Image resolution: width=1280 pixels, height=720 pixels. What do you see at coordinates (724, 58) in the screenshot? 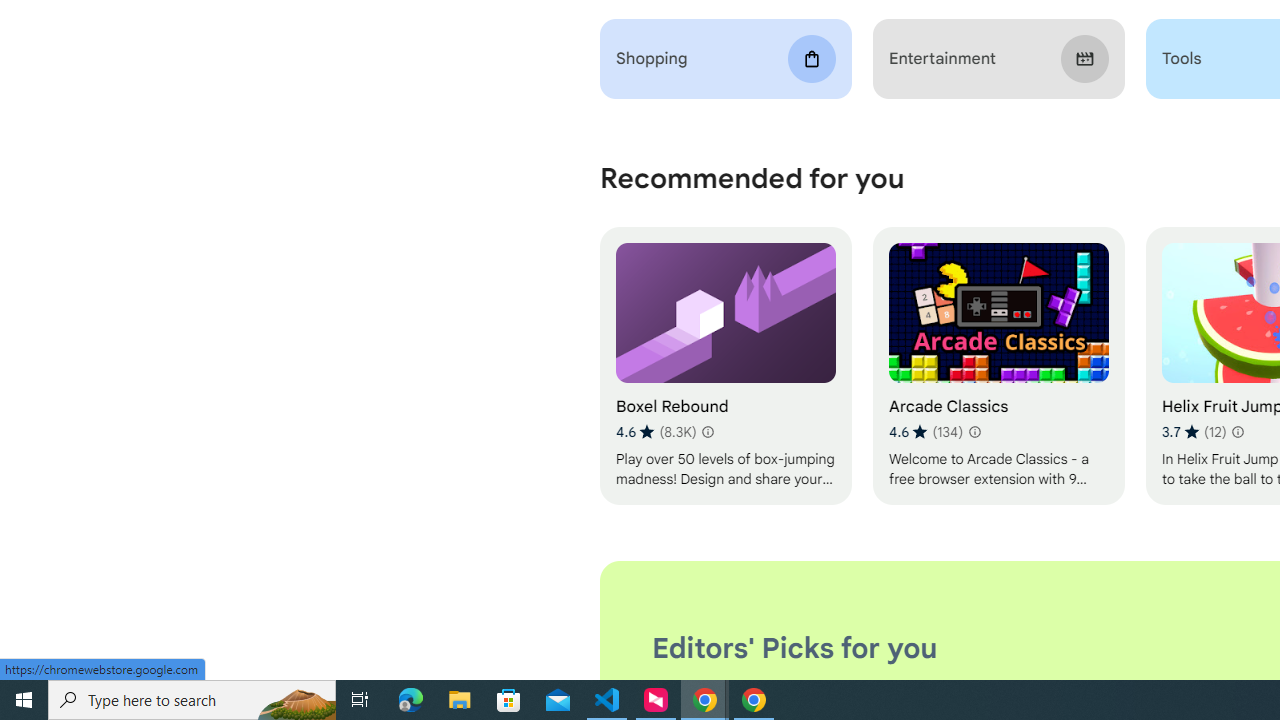
I see `'Shopping'` at bounding box center [724, 58].